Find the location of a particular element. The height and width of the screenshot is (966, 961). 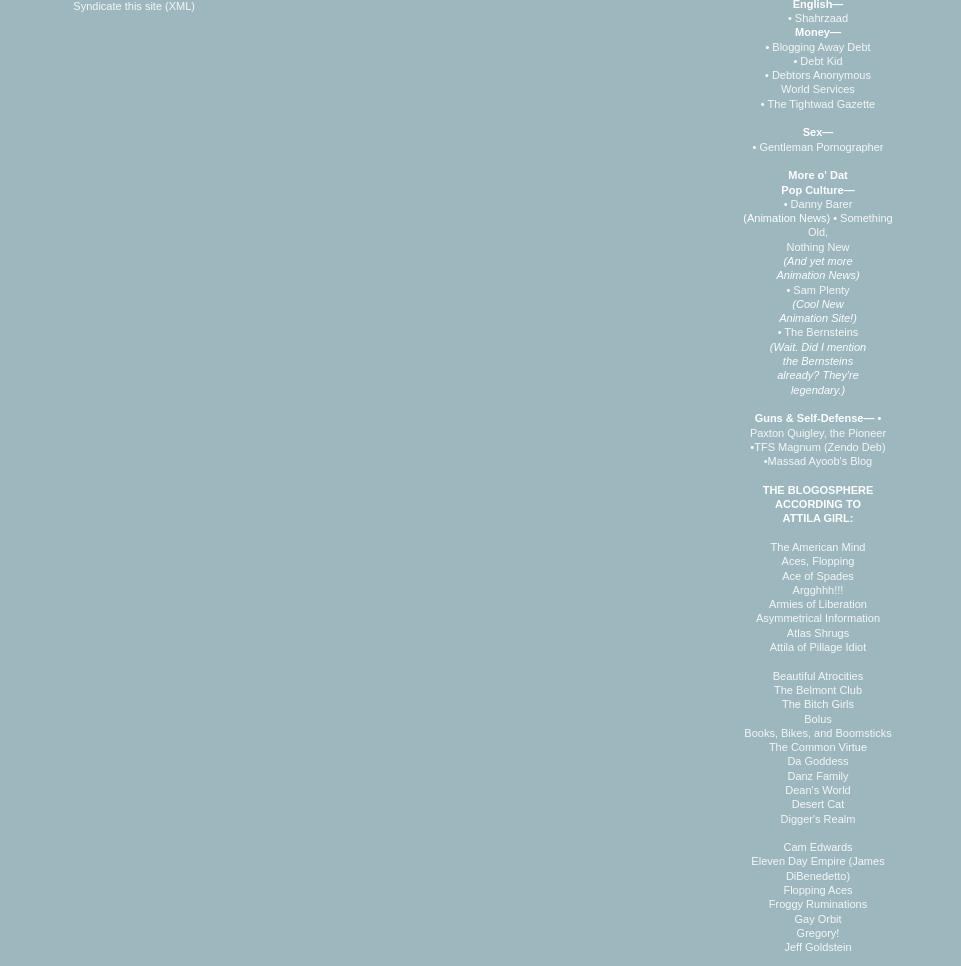

'Flopping Aces' is located at coordinates (782, 889).